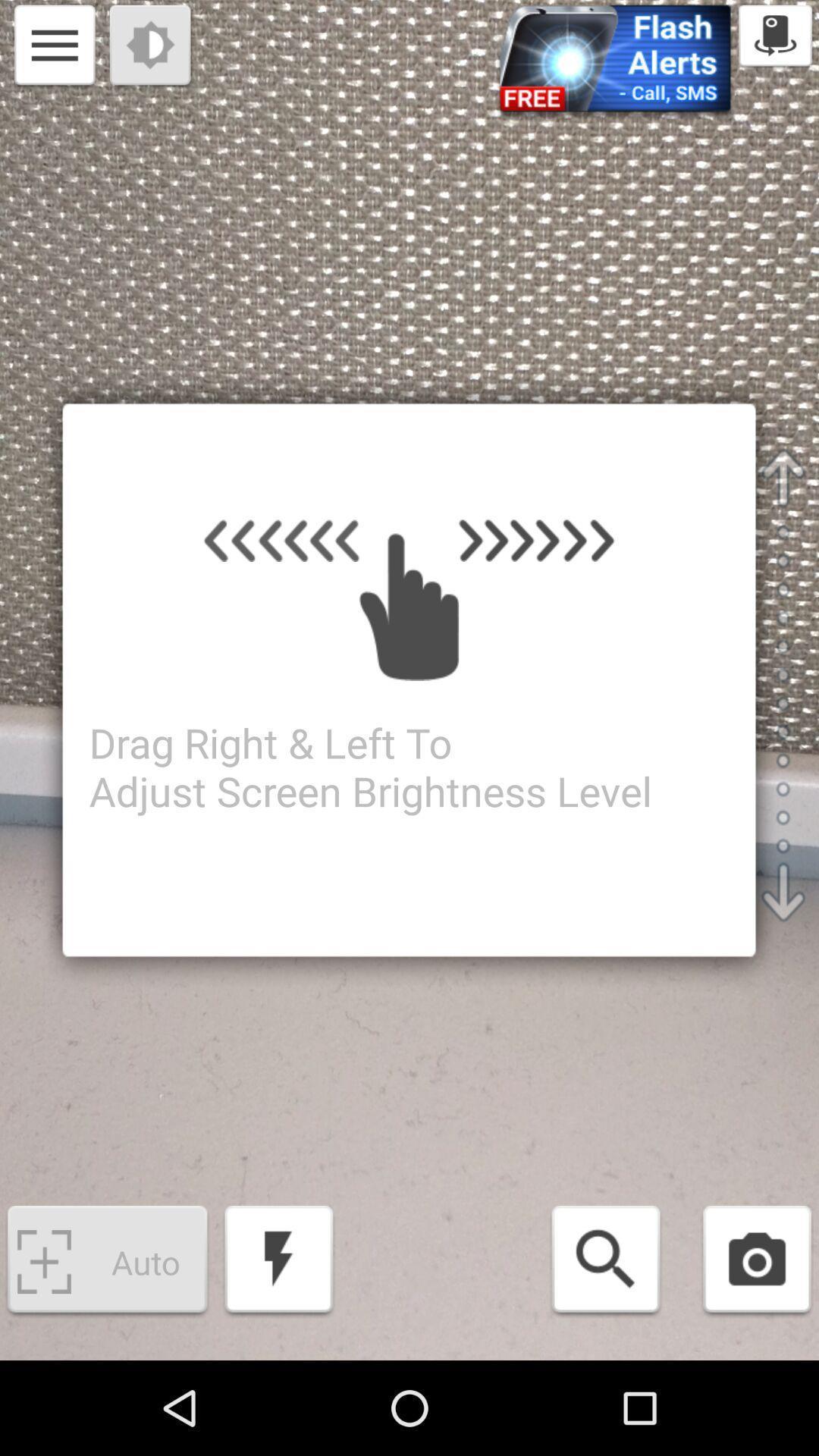  I want to click on open the side menu, so click(54, 47).